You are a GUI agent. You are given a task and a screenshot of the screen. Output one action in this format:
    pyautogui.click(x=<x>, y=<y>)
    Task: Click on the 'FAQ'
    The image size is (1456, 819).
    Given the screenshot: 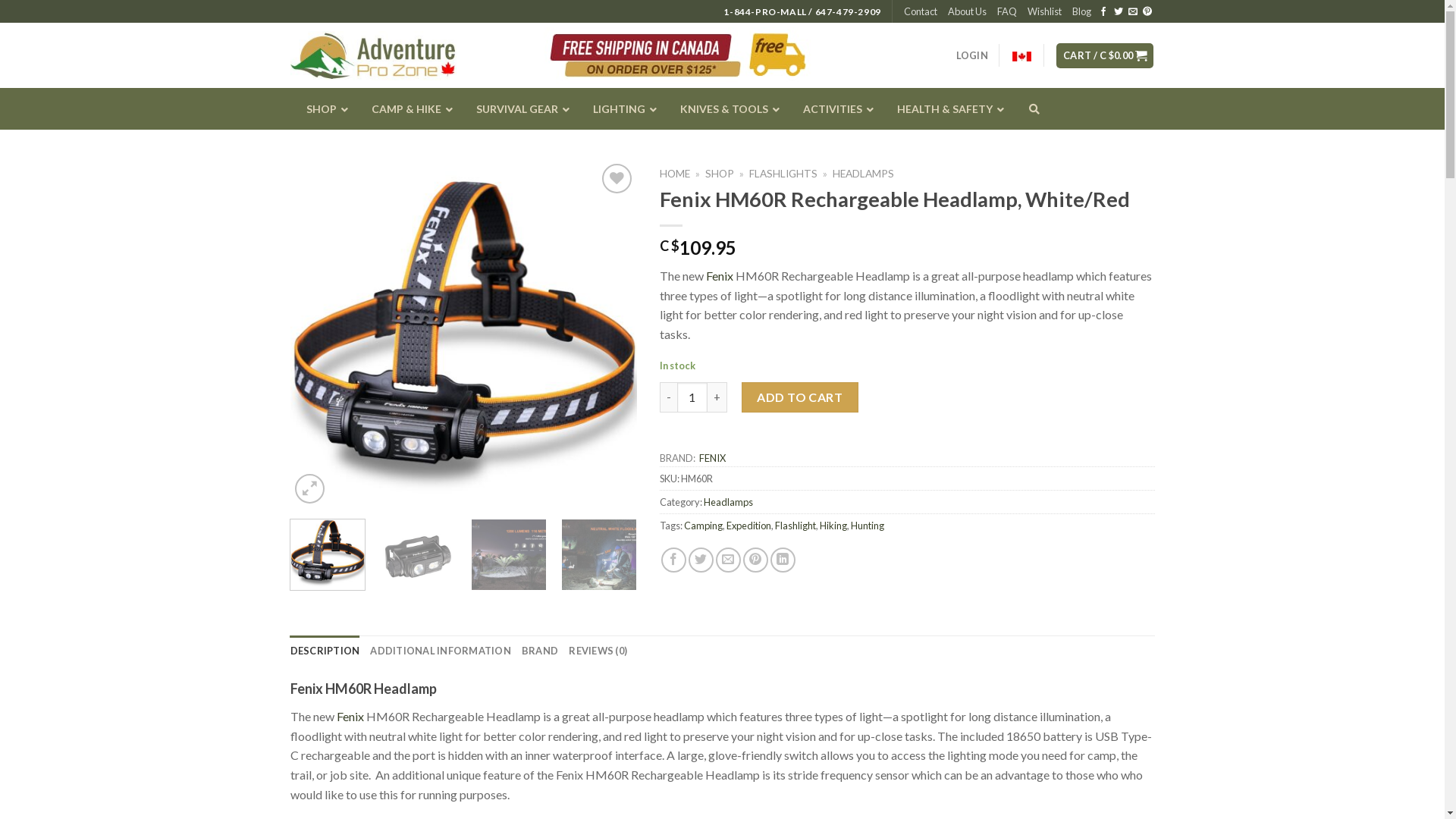 What is the action you would take?
    pyautogui.click(x=1007, y=11)
    